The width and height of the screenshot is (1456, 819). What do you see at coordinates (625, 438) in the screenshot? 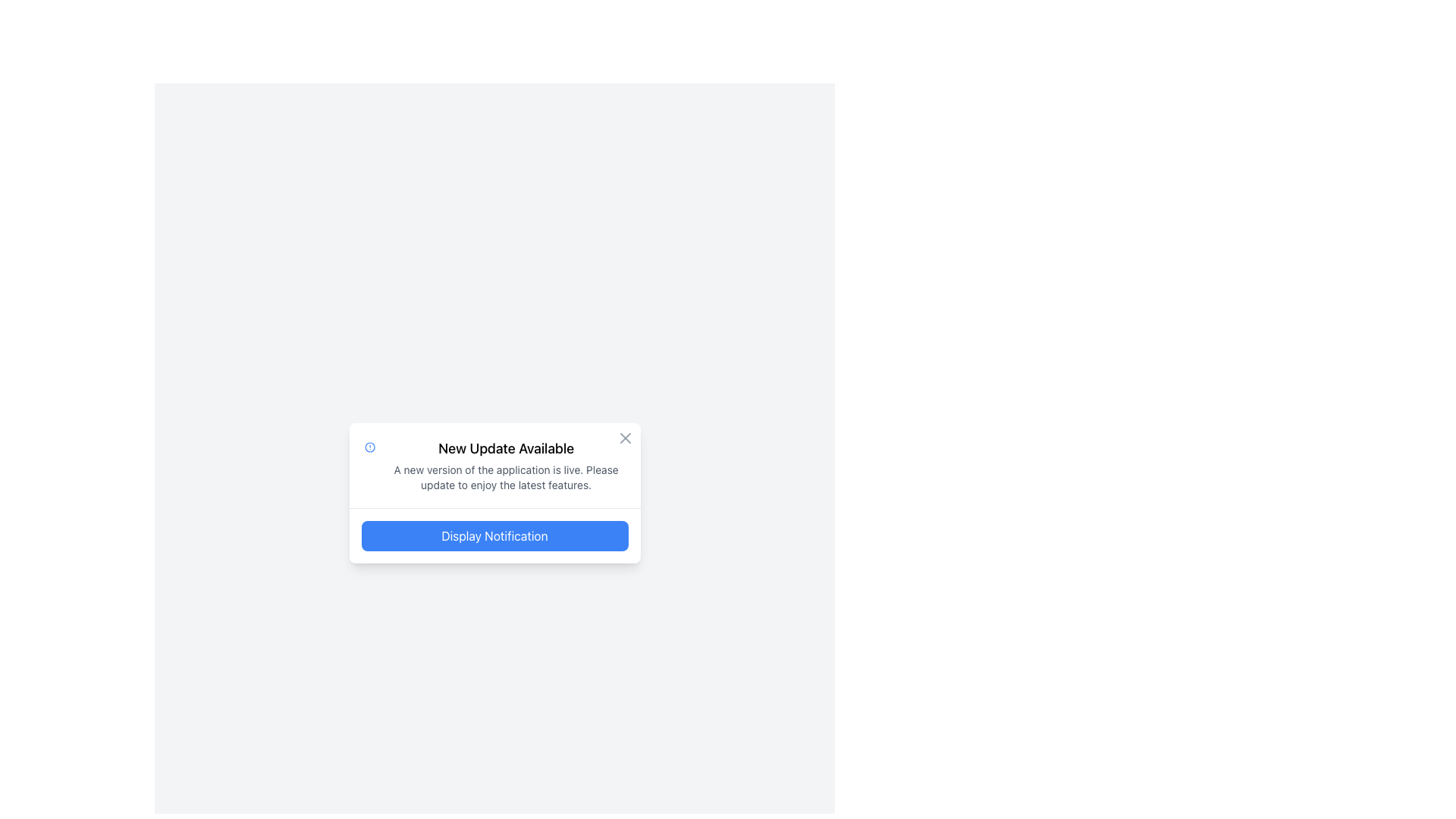
I see `the 'X' button in the top-right corner of the 'New Update Available' notification box to change its appearance` at bounding box center [625, 438].